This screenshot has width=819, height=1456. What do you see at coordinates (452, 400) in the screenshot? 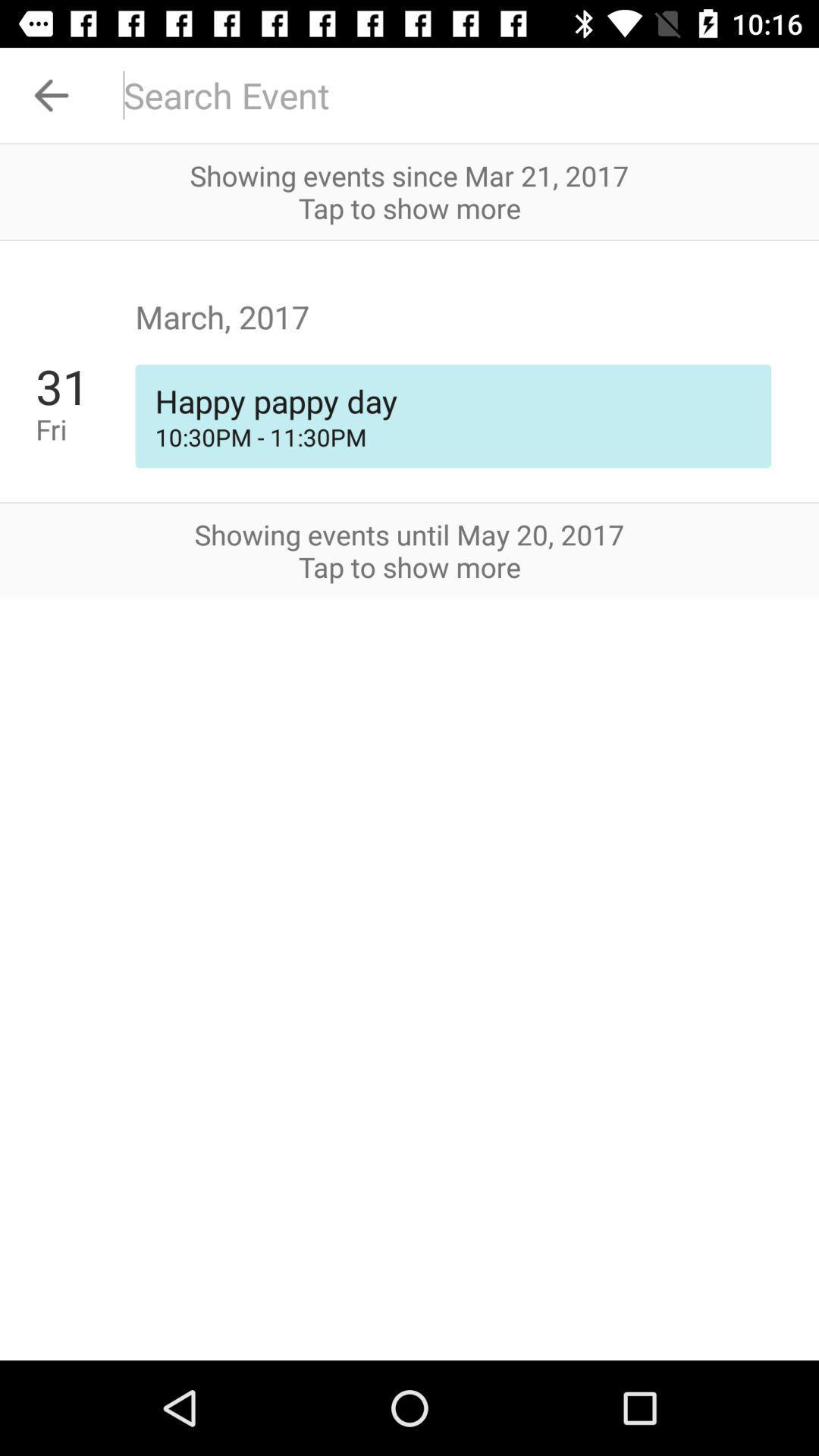
I see `happy pappy day item` at bounding box center [452, 400].